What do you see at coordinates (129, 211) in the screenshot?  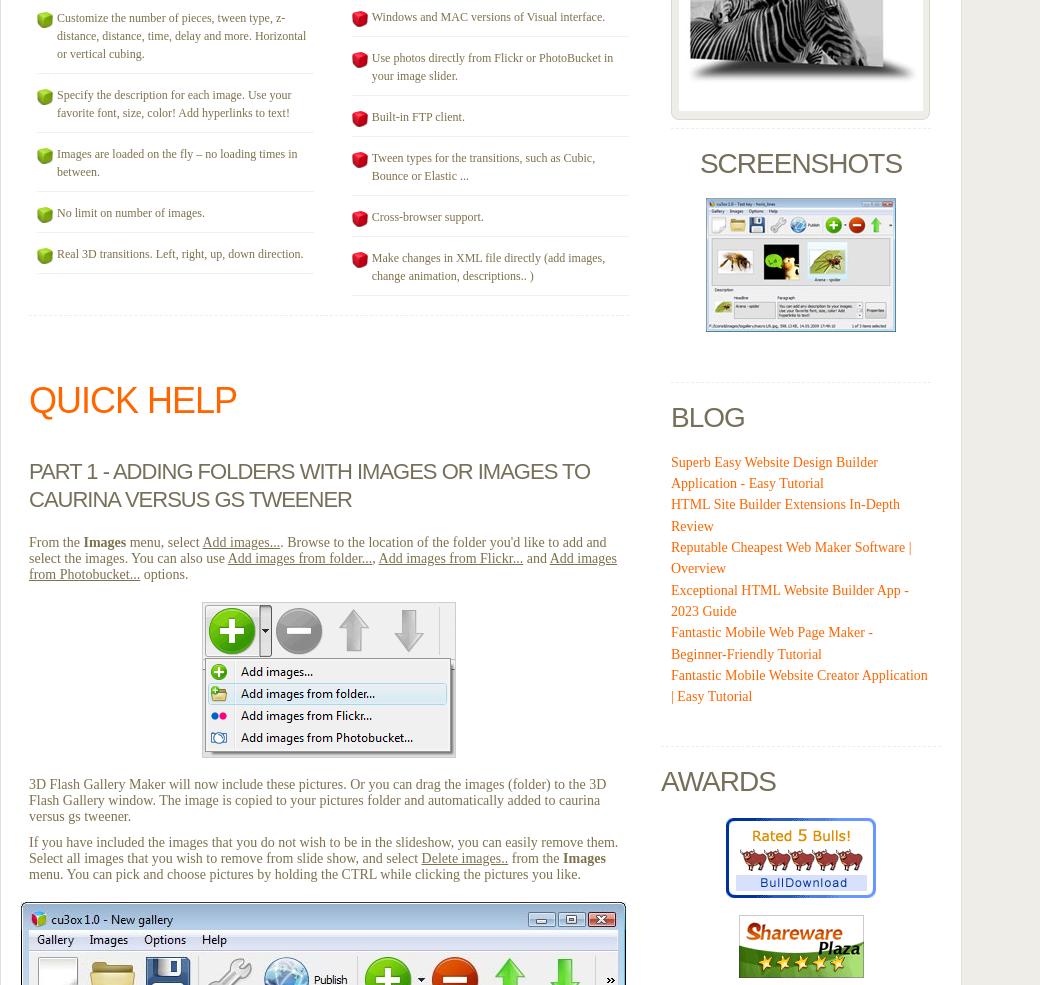 I see `'No limit on number of images.'` at bounding box center [129, 211].